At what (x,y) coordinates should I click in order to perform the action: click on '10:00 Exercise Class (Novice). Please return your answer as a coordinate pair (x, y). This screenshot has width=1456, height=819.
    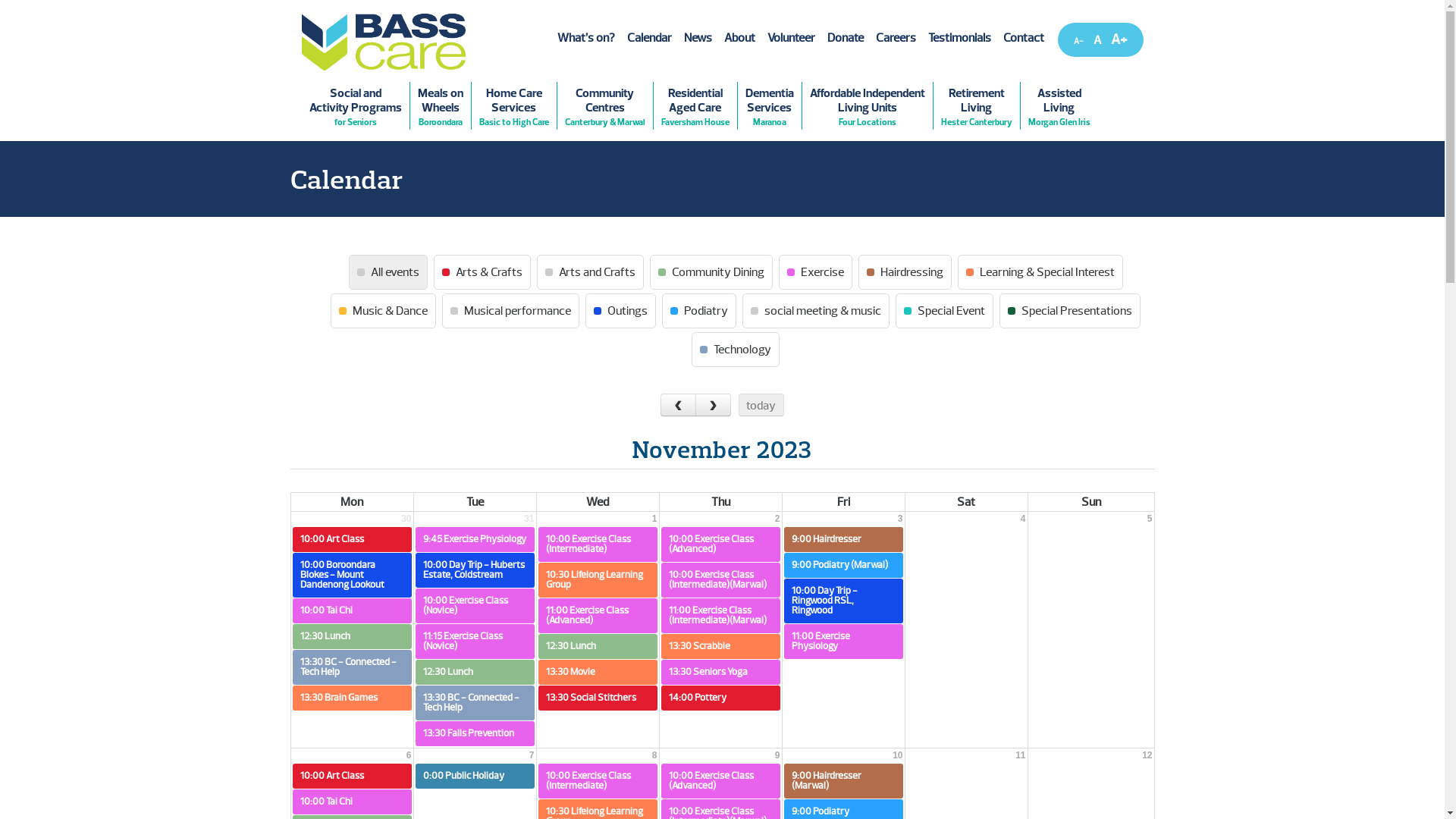
    Looking at the image, I should click on (474, 604).